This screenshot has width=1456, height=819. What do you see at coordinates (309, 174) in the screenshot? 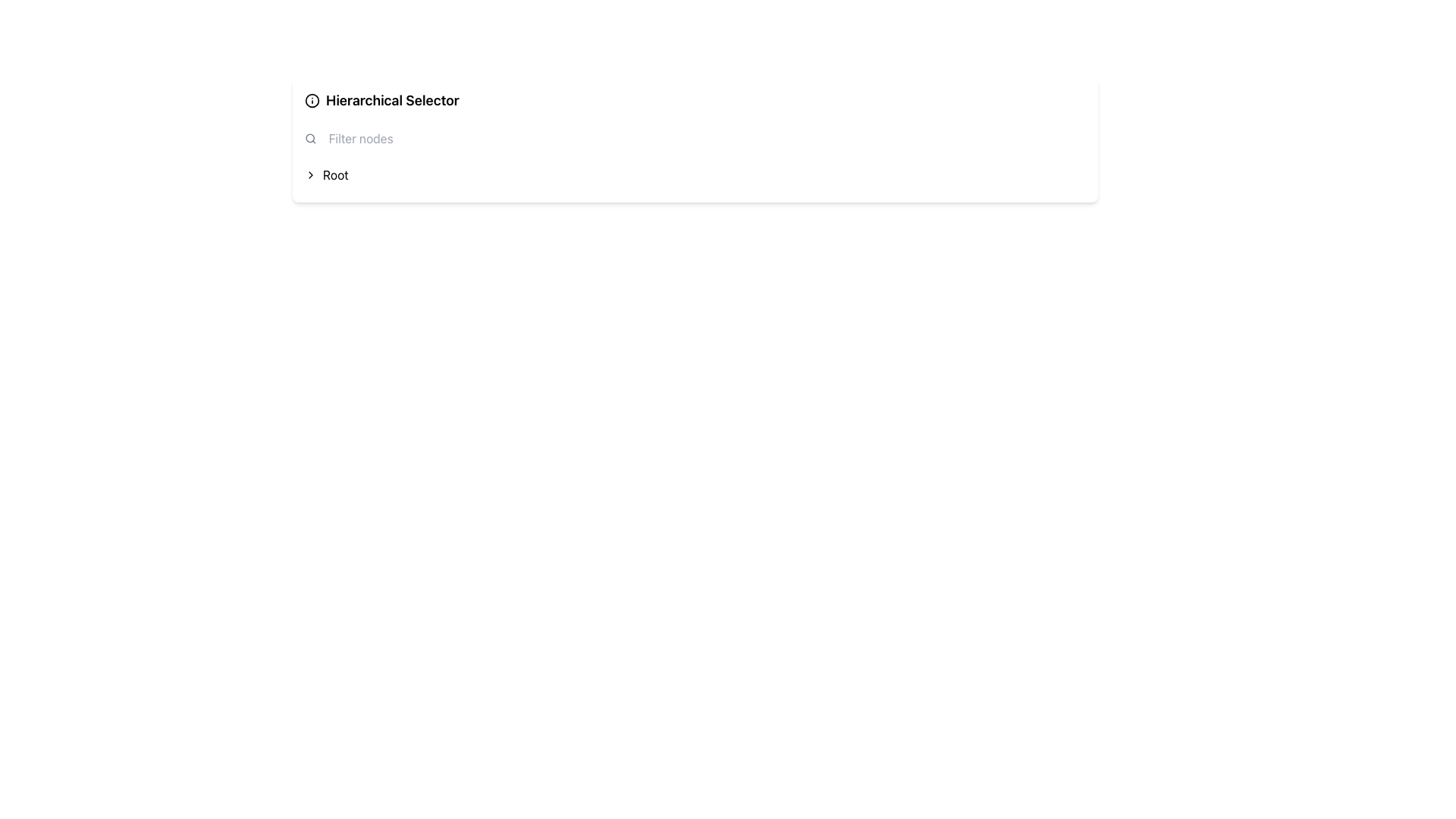
I see `the right-facing chevron icon styled as an SVG graphic, located to the left of the 'Root' label in a hierarchical selector interface` at bounding box center [309, 174].